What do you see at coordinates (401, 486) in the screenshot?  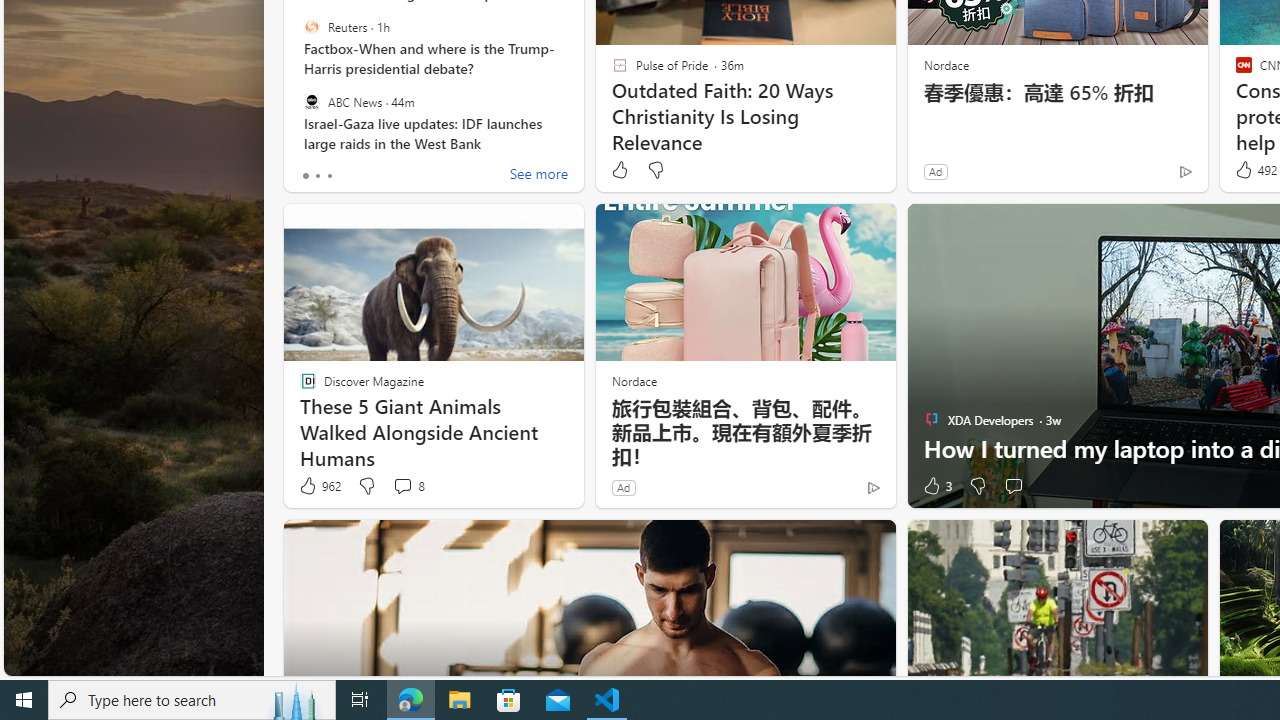 I see `'View comments 8 Comment'` at bounding box center [401, 486].